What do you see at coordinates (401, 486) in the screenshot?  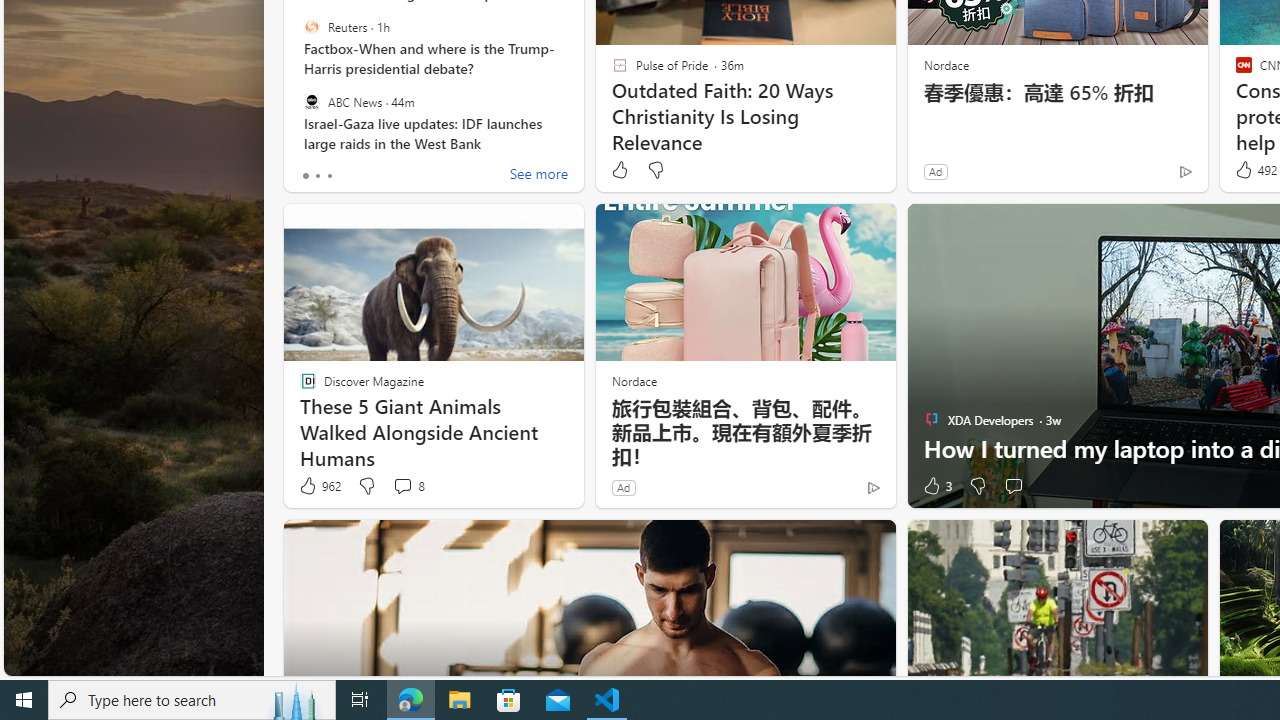 I see `'View comments 8 Comment'` at bounding box center [401, 486].